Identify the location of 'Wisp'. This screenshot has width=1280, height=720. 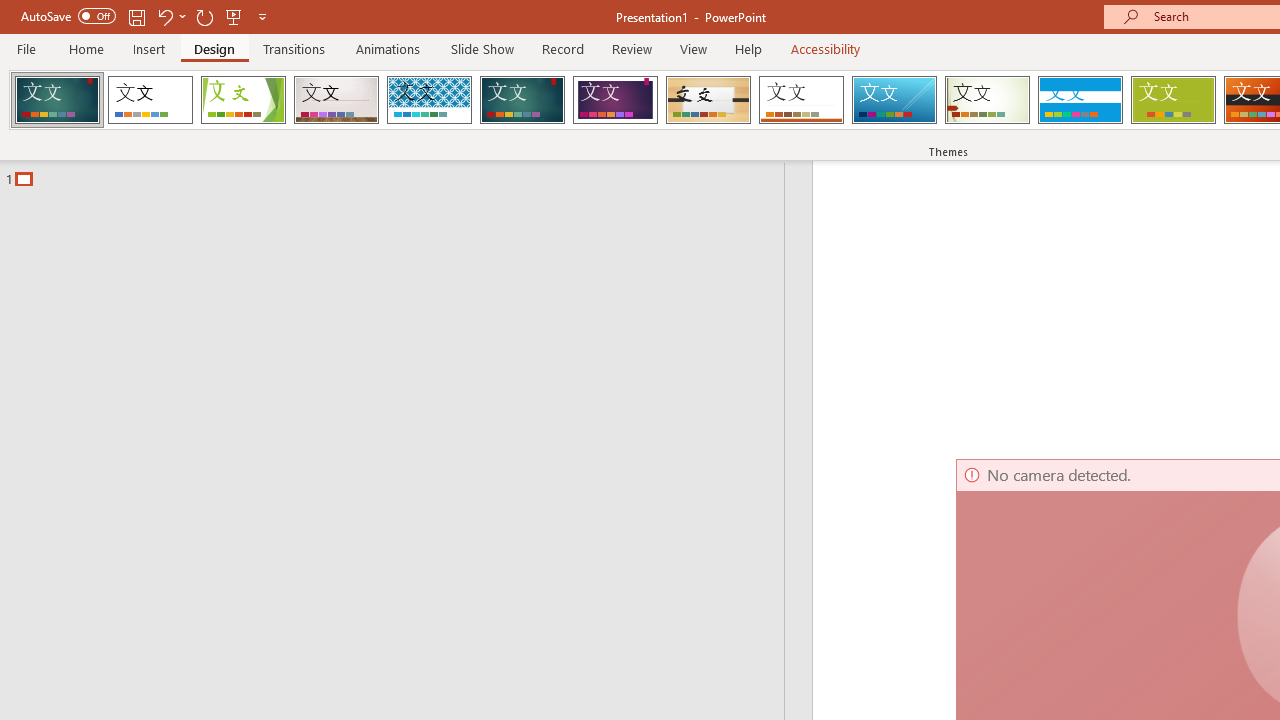
(987, 100).